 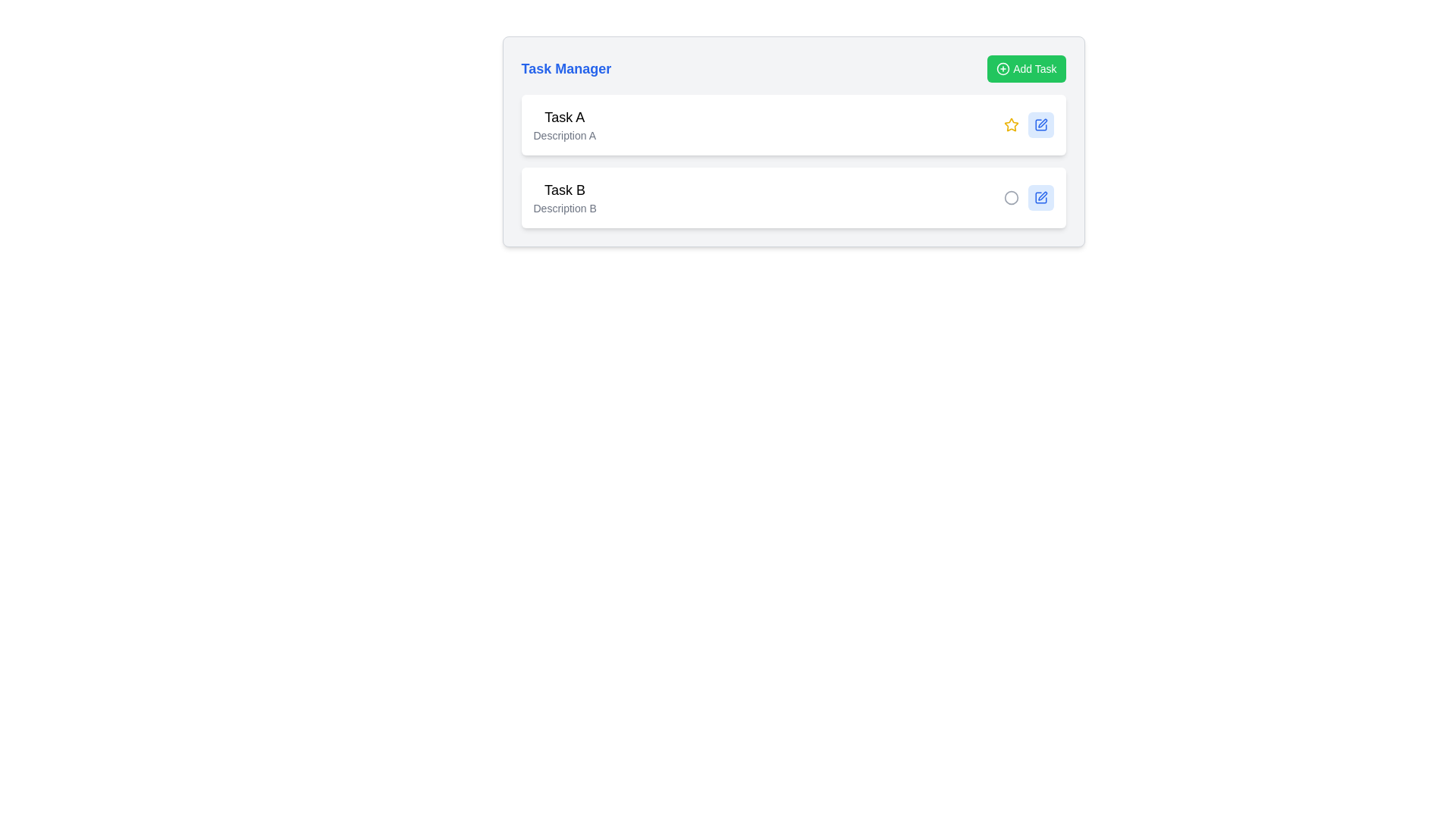 I want to click on the Text label that serves as the title or identifier for the task, positioned in the upper-left section of the interface, so click(x=563, y=116).